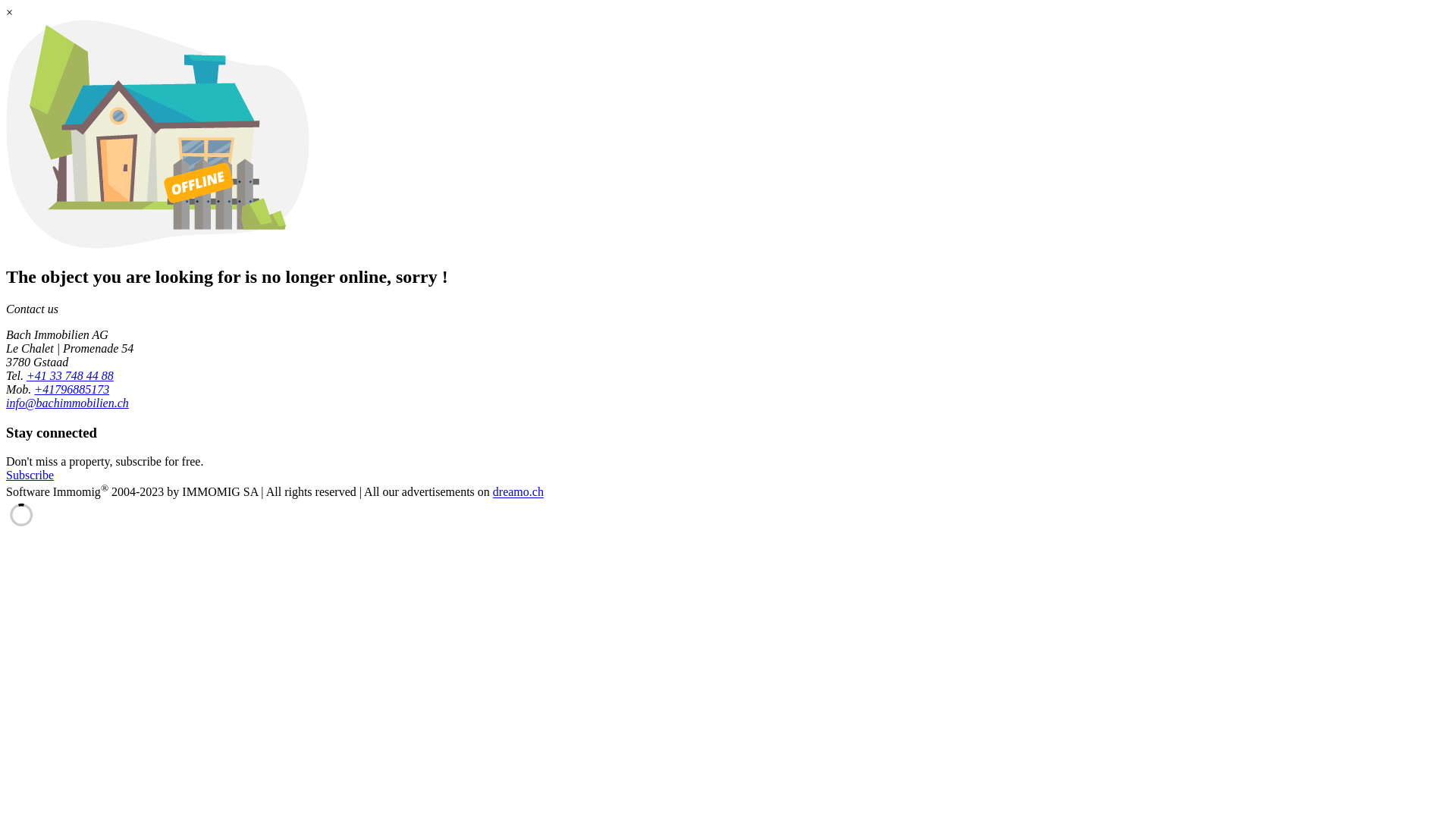 This screenshot has width=1456, height=819. I want to click on 'dreamo.ch', so click(518, 492).